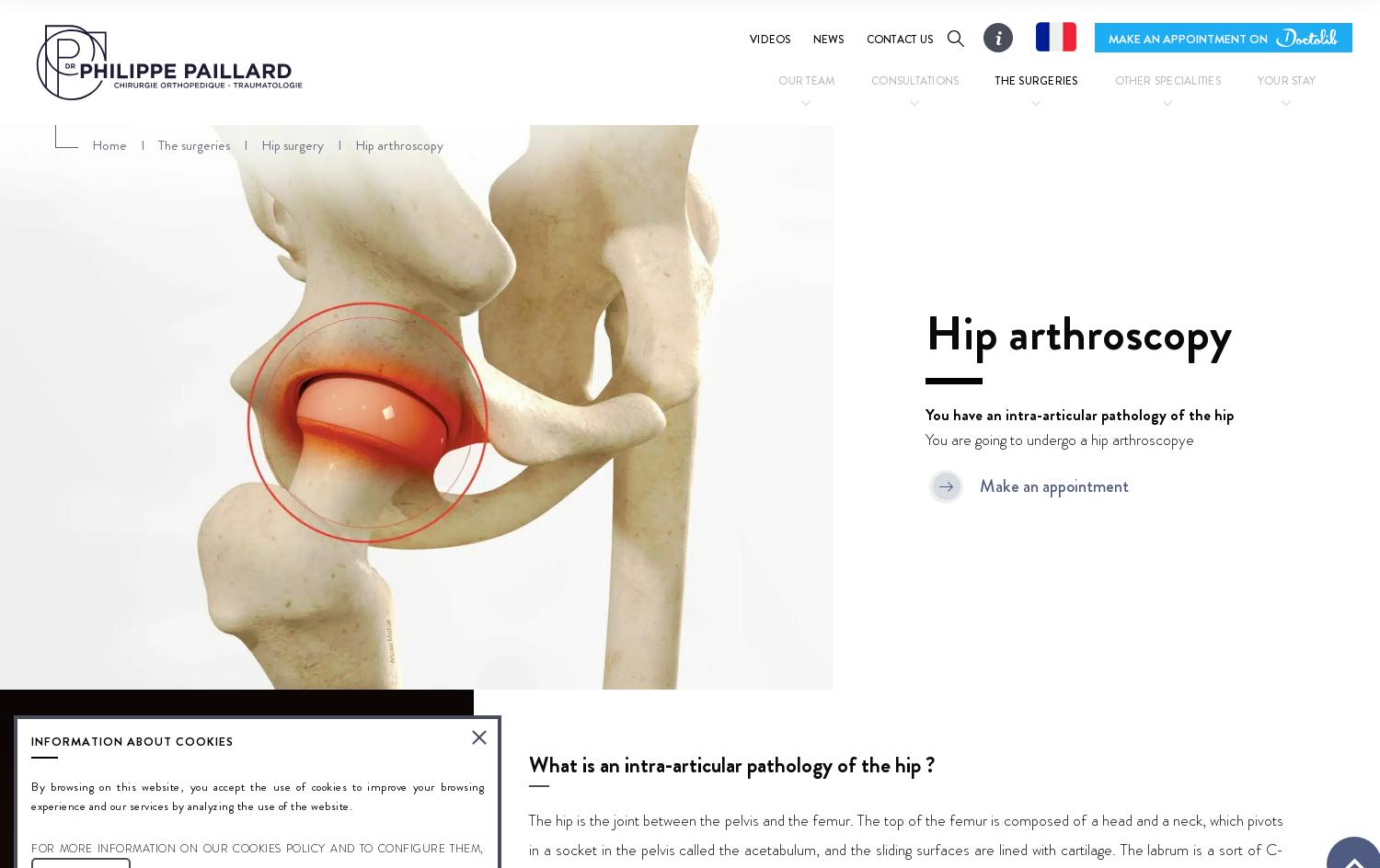 The height and width of the screenshot is (868, 1380). What do you see at coordinates (782, 230) in the screenshot?
I see `'Elbow arthrolysis'` at bounding box center [782, 230].